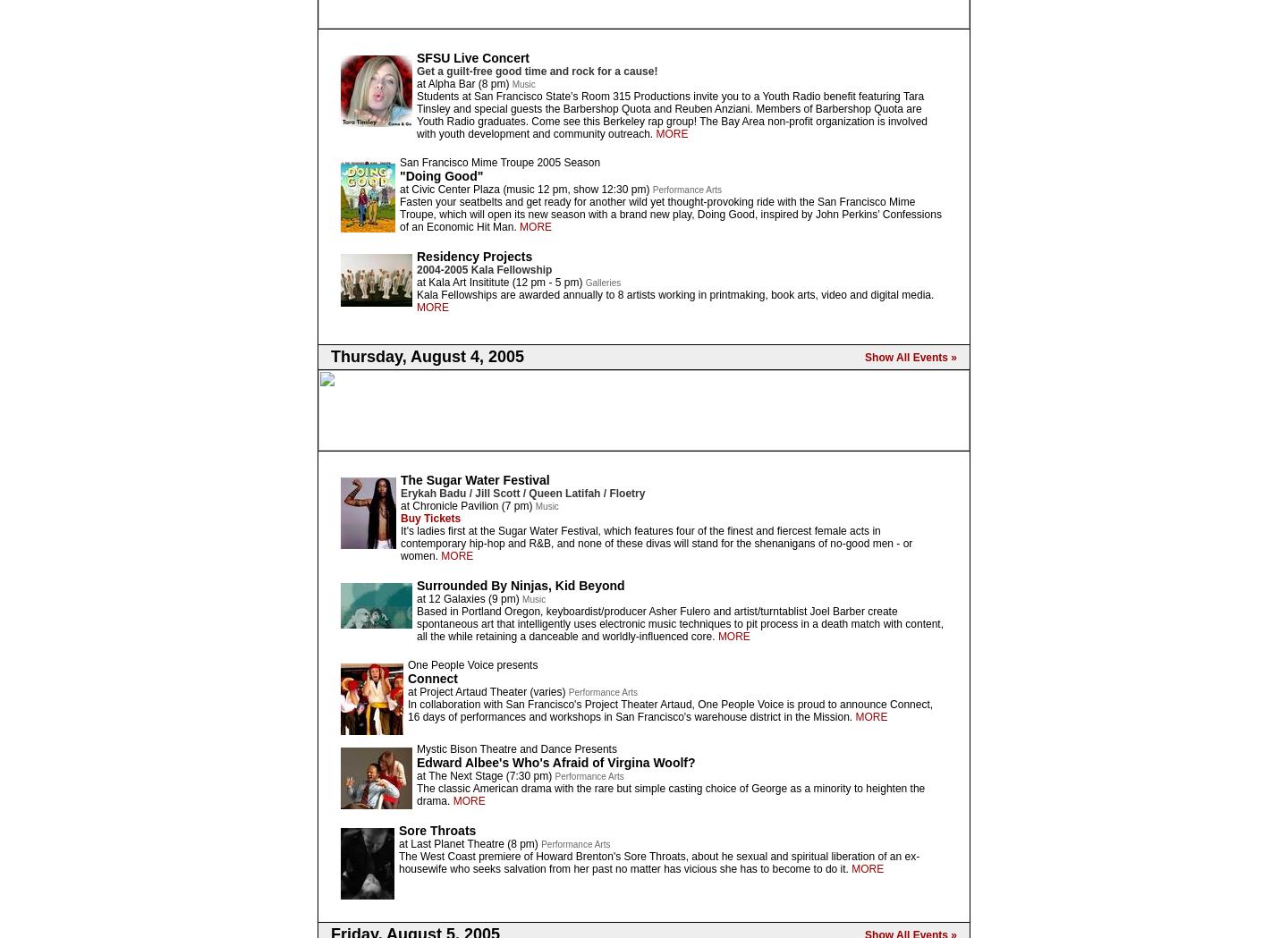 This screenshot has width=1288, height=938. I want to click on 'The West Coast premiere of Howard Brenton's Sore Throats, about he sexual and spiritual liberation of an ex-housewife who seeks salvation from her past no matter has vicious she has to become to do it.', so click(657, 862).